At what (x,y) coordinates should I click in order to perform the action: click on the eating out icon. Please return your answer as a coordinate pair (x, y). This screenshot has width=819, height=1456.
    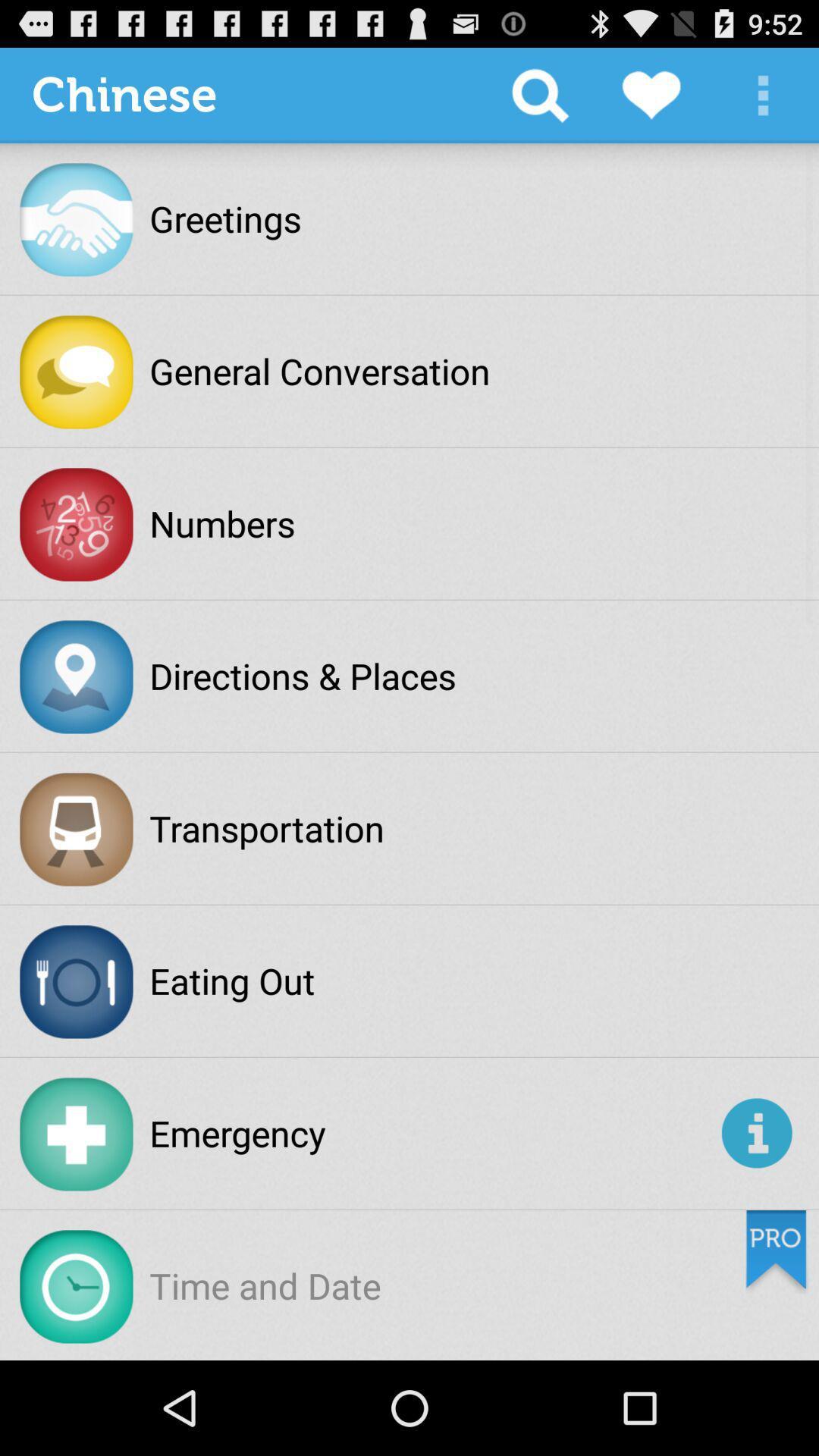
    Looking at the image, I should click on (232, 981).